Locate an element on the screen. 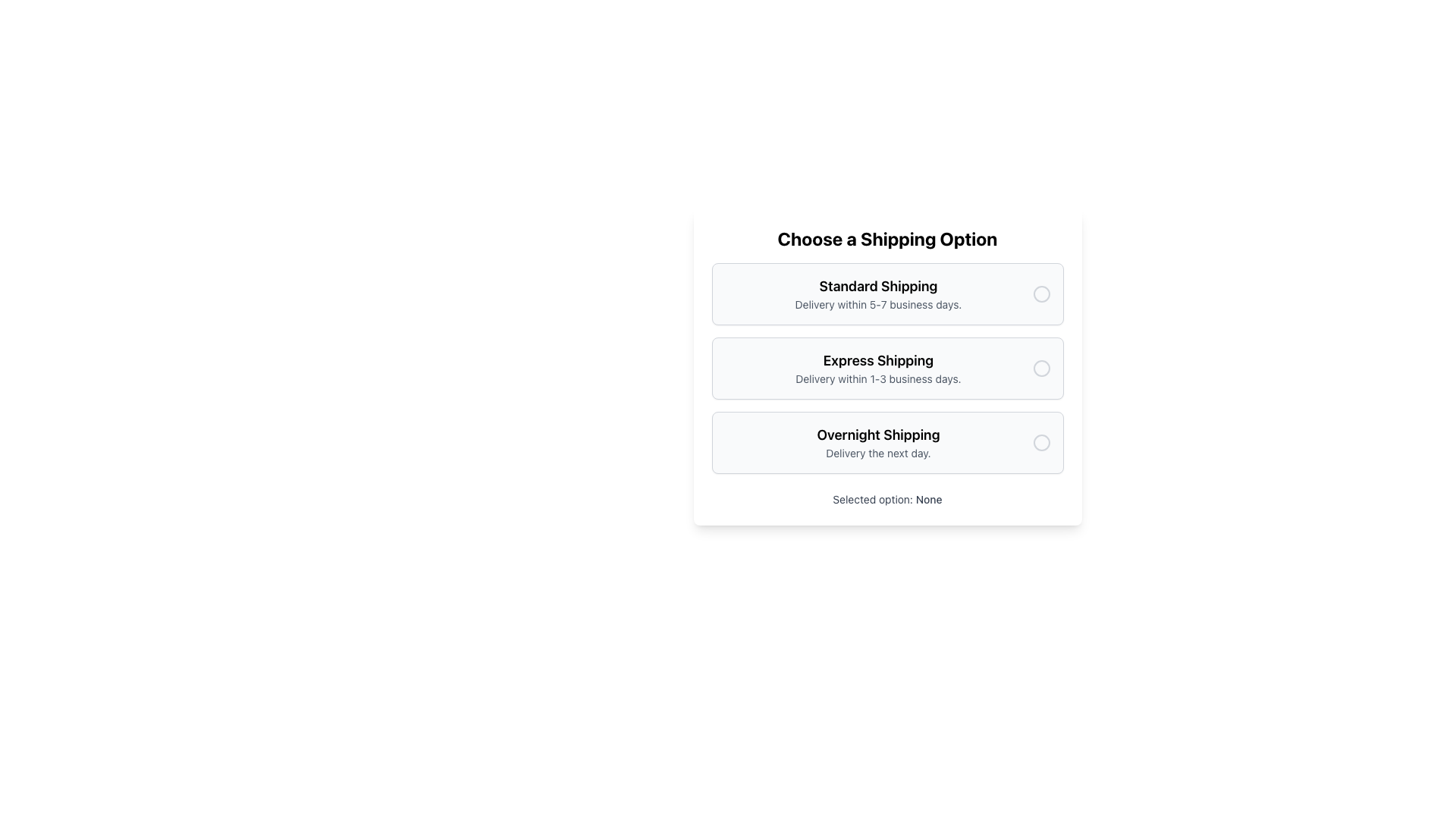  the text label for the second shipping option, which provides a clear title for this choice, positioned above the smaller descriptive text about delivery time is located at coordinates (878, 360).